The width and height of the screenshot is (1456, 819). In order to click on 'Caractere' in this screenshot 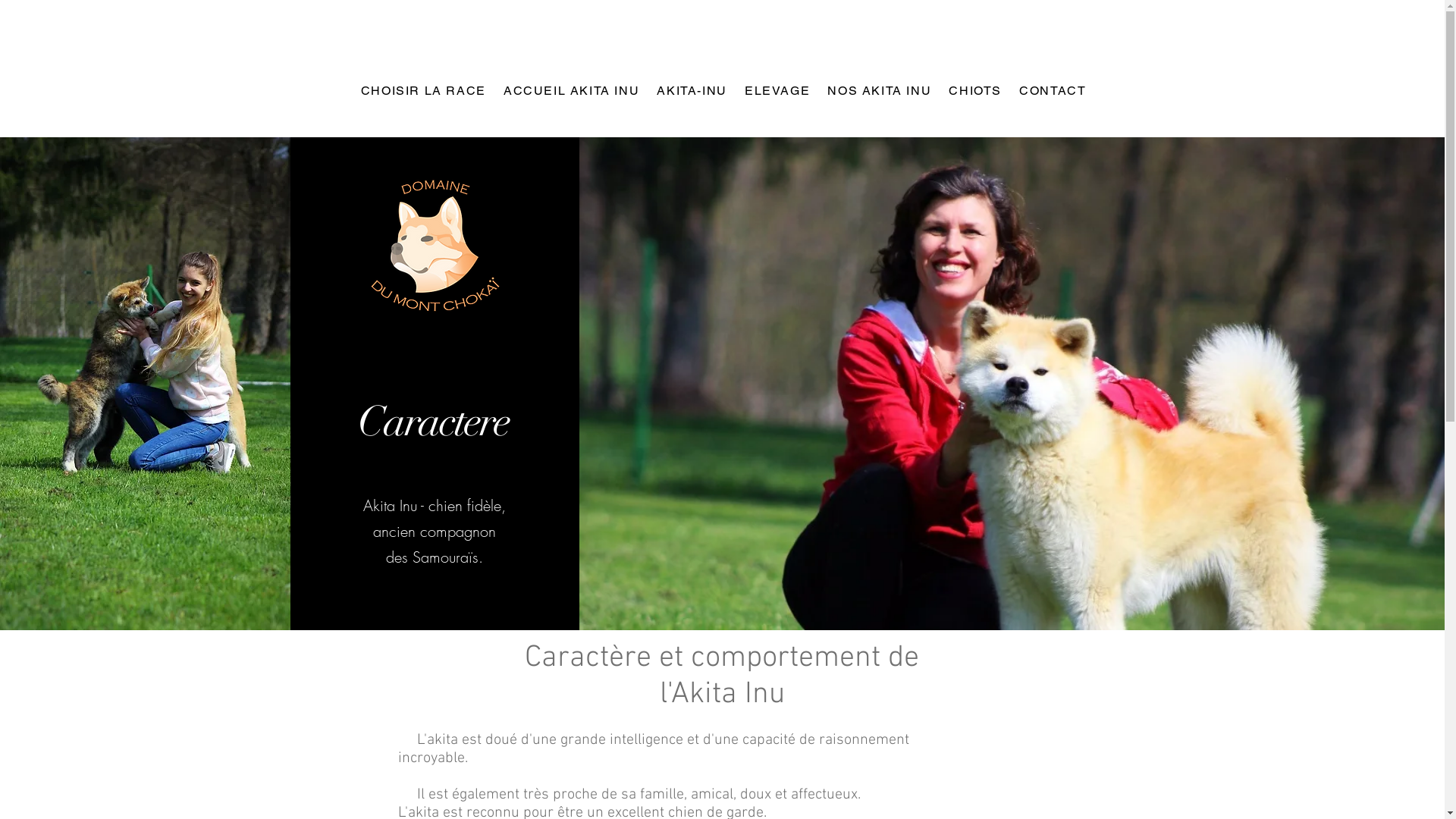, I will do `click(432, 421)`.